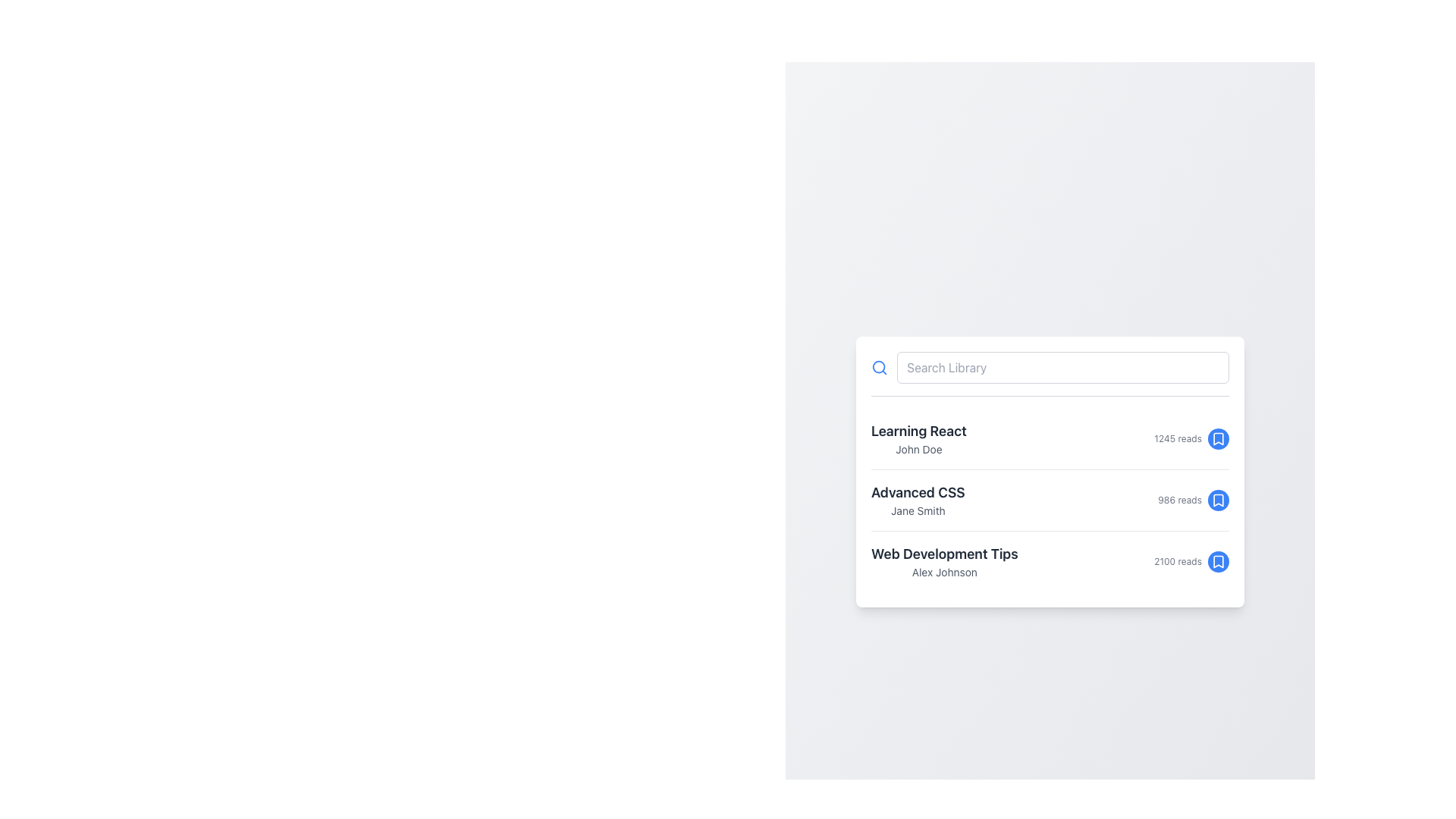 This screenshot has width=1456, height=819. What do you see at coordinates (1191, 438) in the screenshot?
I see `the text label indicating the number of reads (1245) for the item 'Learning React' by moving the cursor to its location` at bounding box center [1191, 438].